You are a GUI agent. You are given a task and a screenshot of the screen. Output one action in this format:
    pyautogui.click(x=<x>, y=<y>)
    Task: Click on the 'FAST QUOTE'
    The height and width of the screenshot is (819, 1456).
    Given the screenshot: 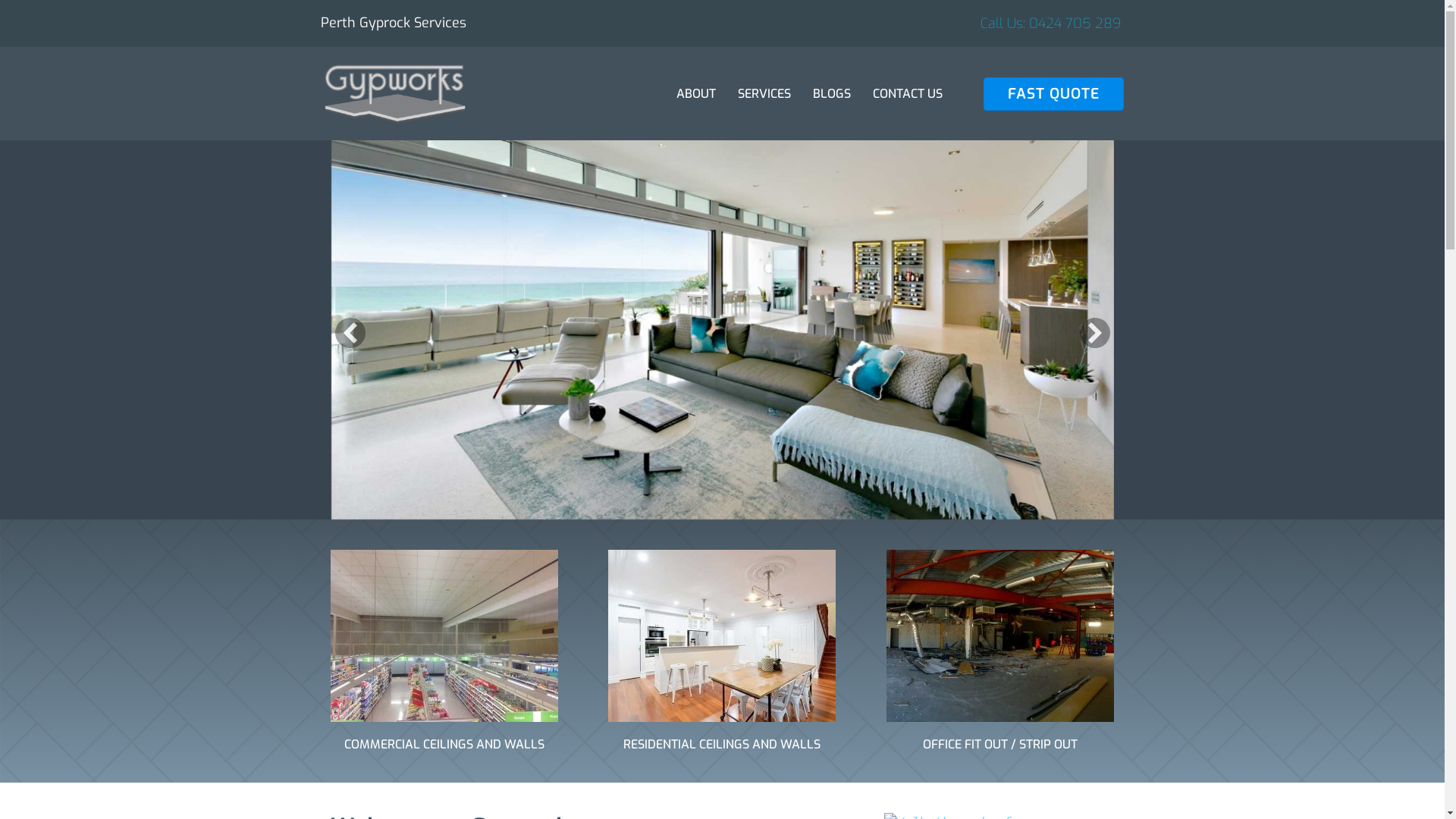 What is the action you would take?
    pyautogui.click(x=1053, y=93)
    